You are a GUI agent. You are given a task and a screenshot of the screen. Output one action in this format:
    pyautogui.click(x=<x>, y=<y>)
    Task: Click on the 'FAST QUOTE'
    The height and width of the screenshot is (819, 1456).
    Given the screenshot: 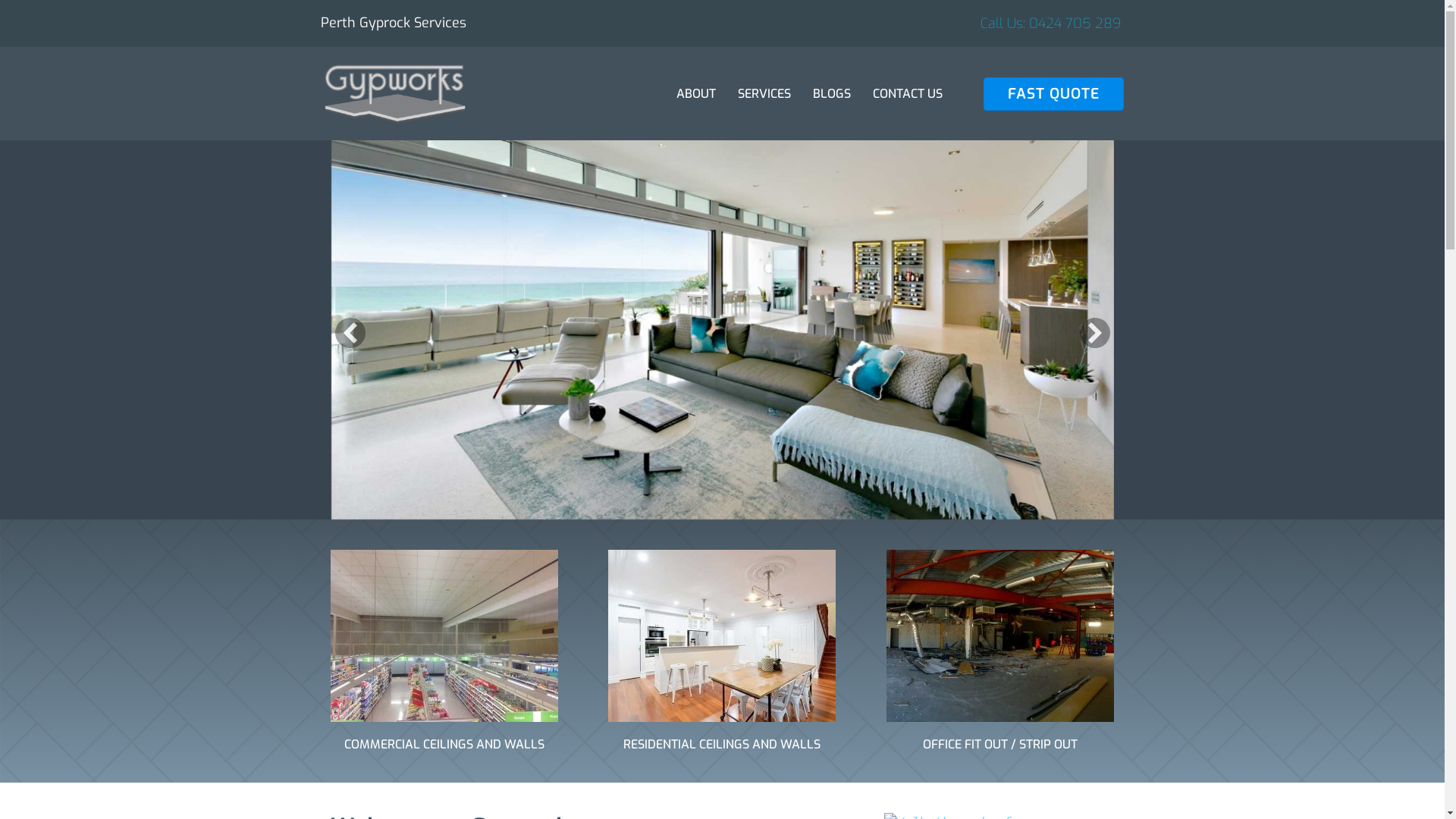 What is the action you would take?
    pyautogui.click(x=1053, y=93)
    